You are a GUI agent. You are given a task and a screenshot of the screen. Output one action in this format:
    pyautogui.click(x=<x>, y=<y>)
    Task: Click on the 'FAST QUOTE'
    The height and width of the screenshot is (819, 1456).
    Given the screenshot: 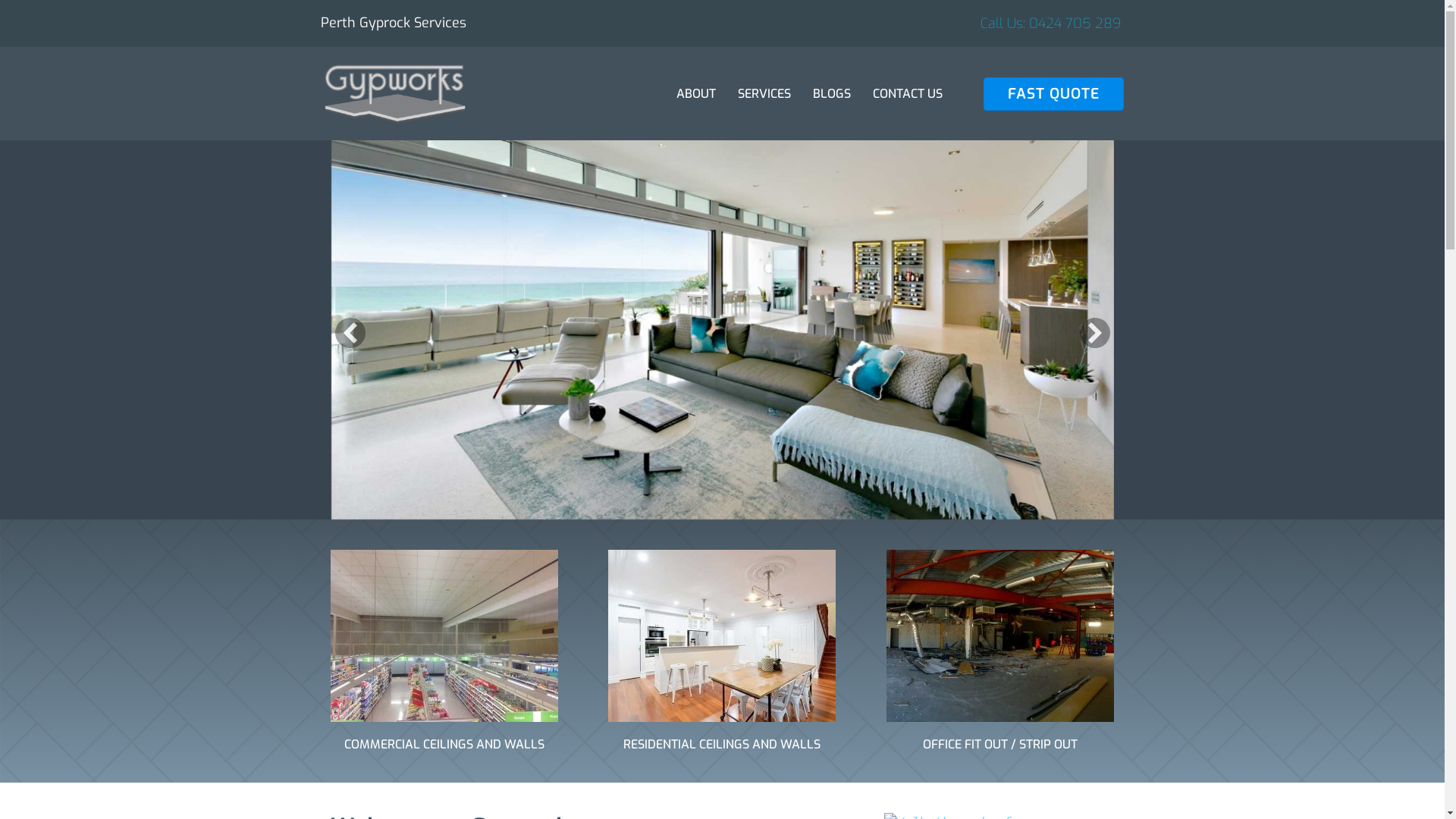 What is the action you would take?
    pyautogui.click(x=1053, y=93)
    